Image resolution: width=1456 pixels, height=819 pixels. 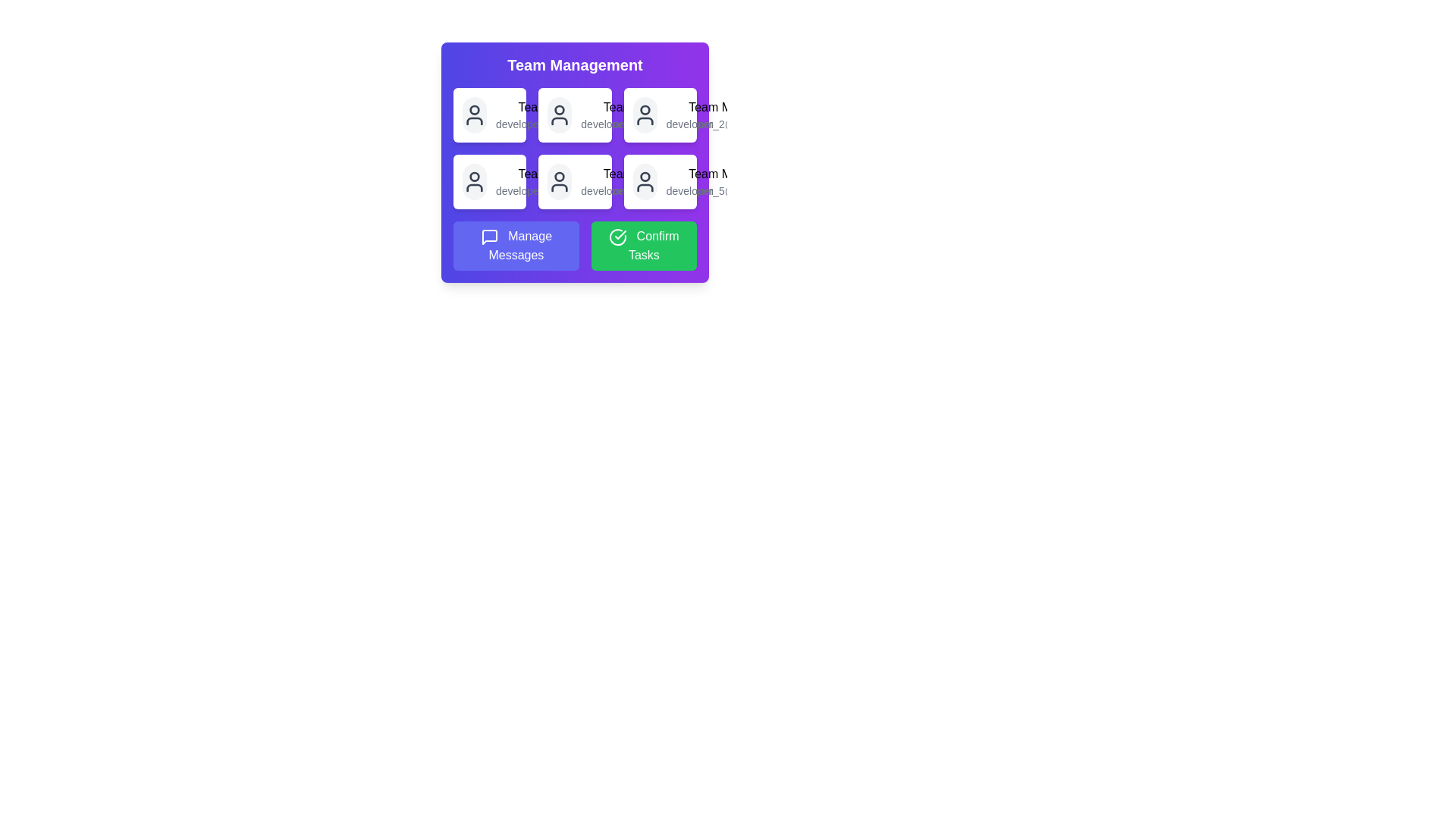 What do you see at coordinates (561, 174) in the screenshot?
I see `the descriptive label identifying the associated team member in the Team Management interface` at bounding box center [561, 174].